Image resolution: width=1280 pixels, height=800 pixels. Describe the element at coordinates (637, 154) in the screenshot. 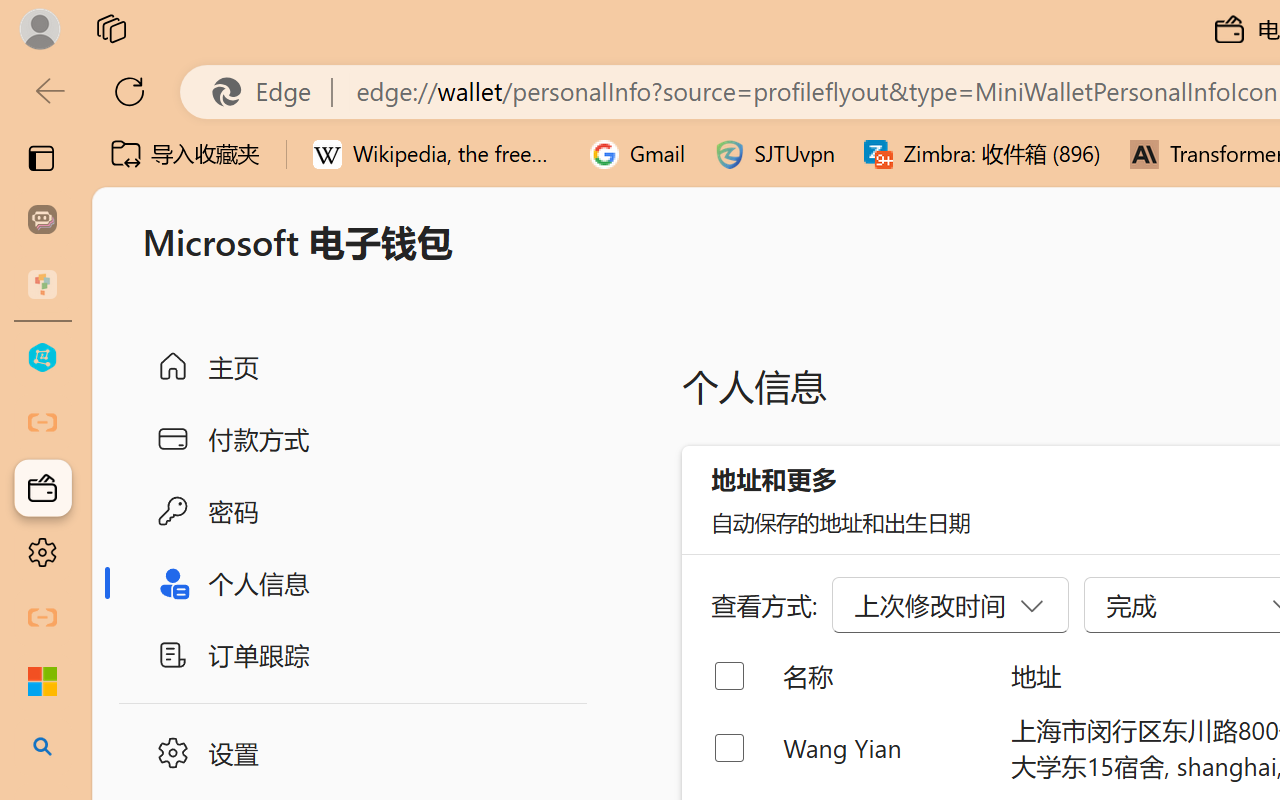

I see `'Gmail'` at that location.